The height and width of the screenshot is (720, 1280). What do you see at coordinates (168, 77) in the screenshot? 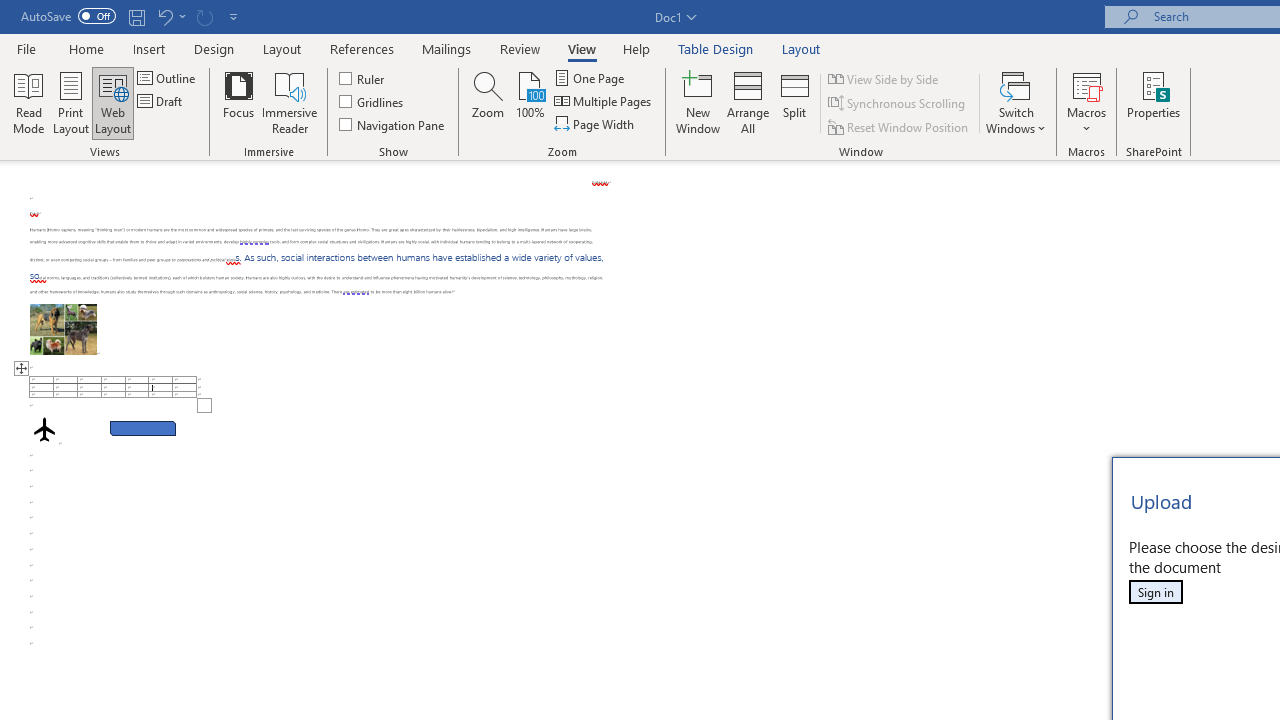
I see `'Outline'` at bounding box center [168, 77].